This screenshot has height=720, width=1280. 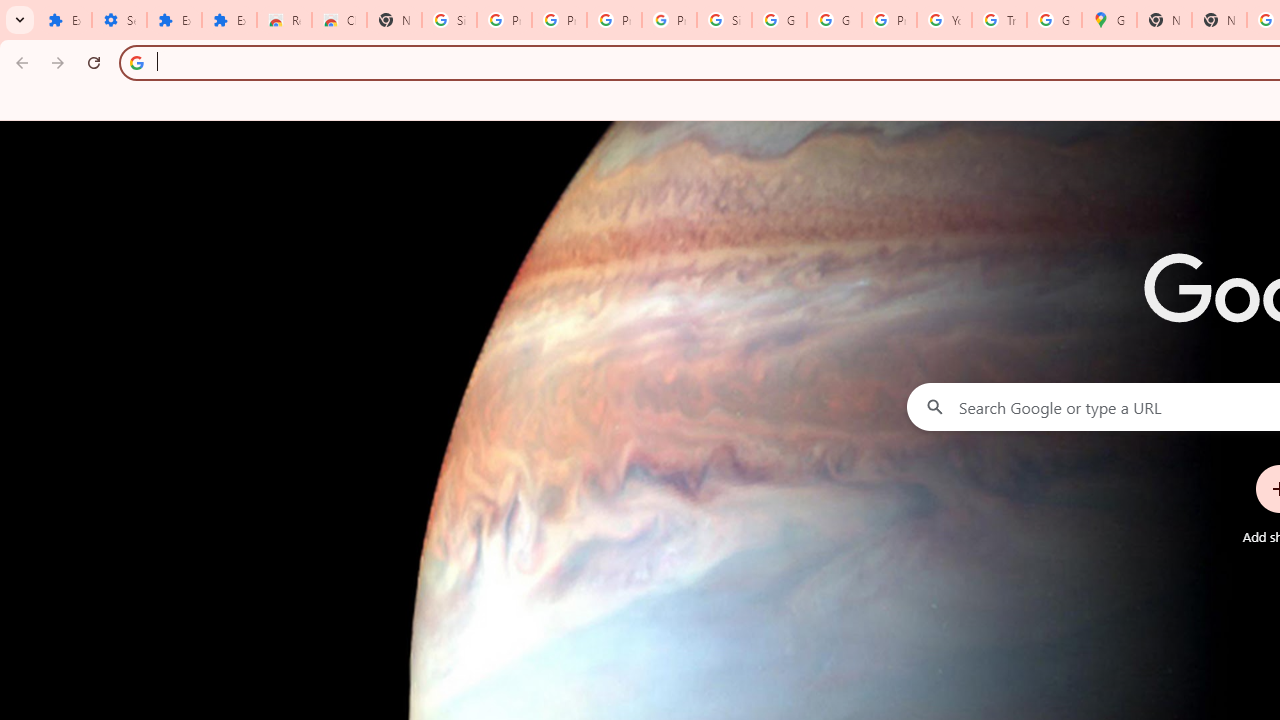 What do you see at coordinates (339, 20) in the screenshot?
I see `'Chrome Web Store - Themes'` at bounding box center [339, 20].